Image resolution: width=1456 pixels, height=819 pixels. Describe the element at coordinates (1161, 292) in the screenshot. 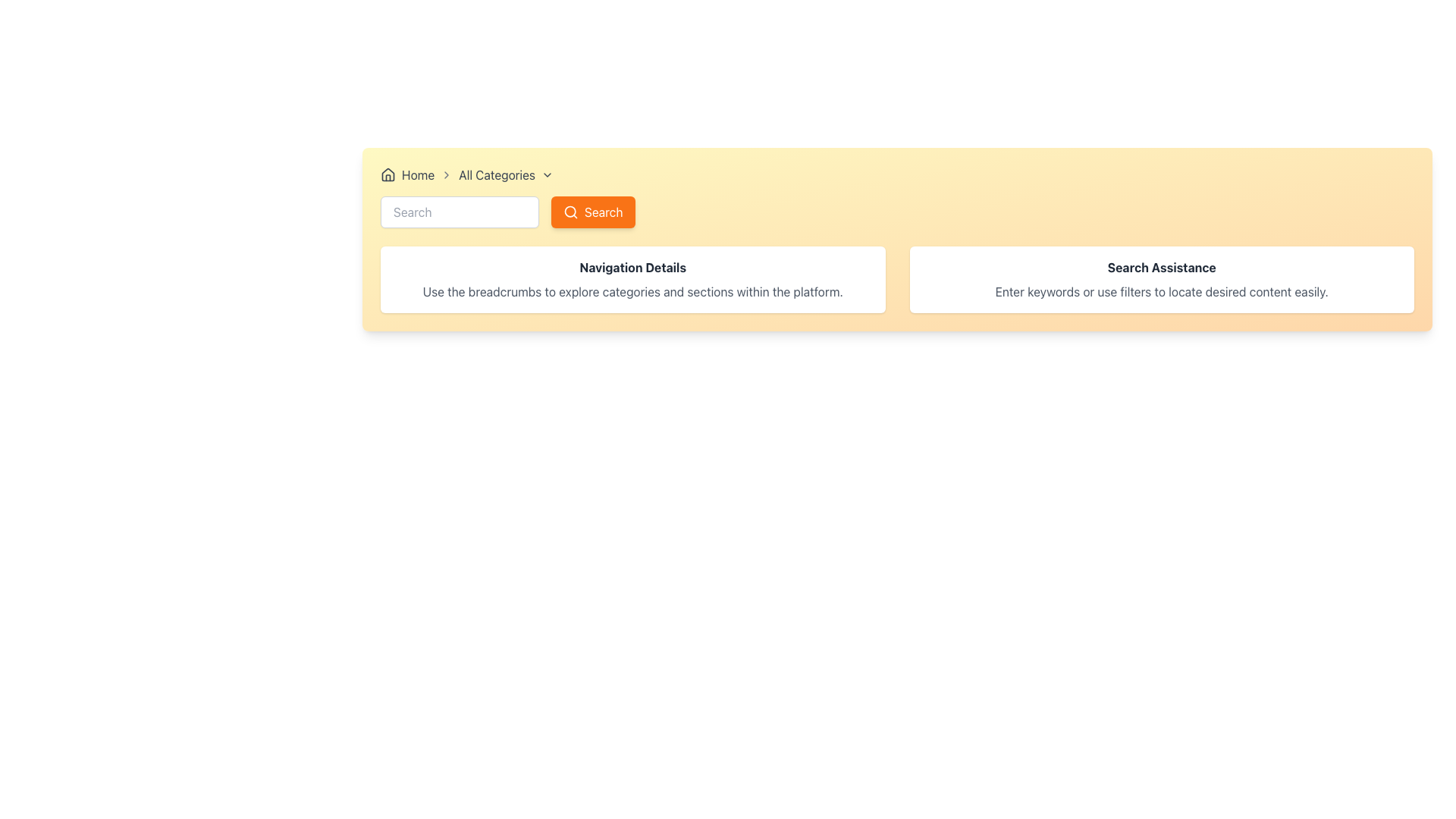

I see `text block containing 'Enter keywords or use filters to locate desired content easily.' located below the 'Search Assistance' heading` at that location.